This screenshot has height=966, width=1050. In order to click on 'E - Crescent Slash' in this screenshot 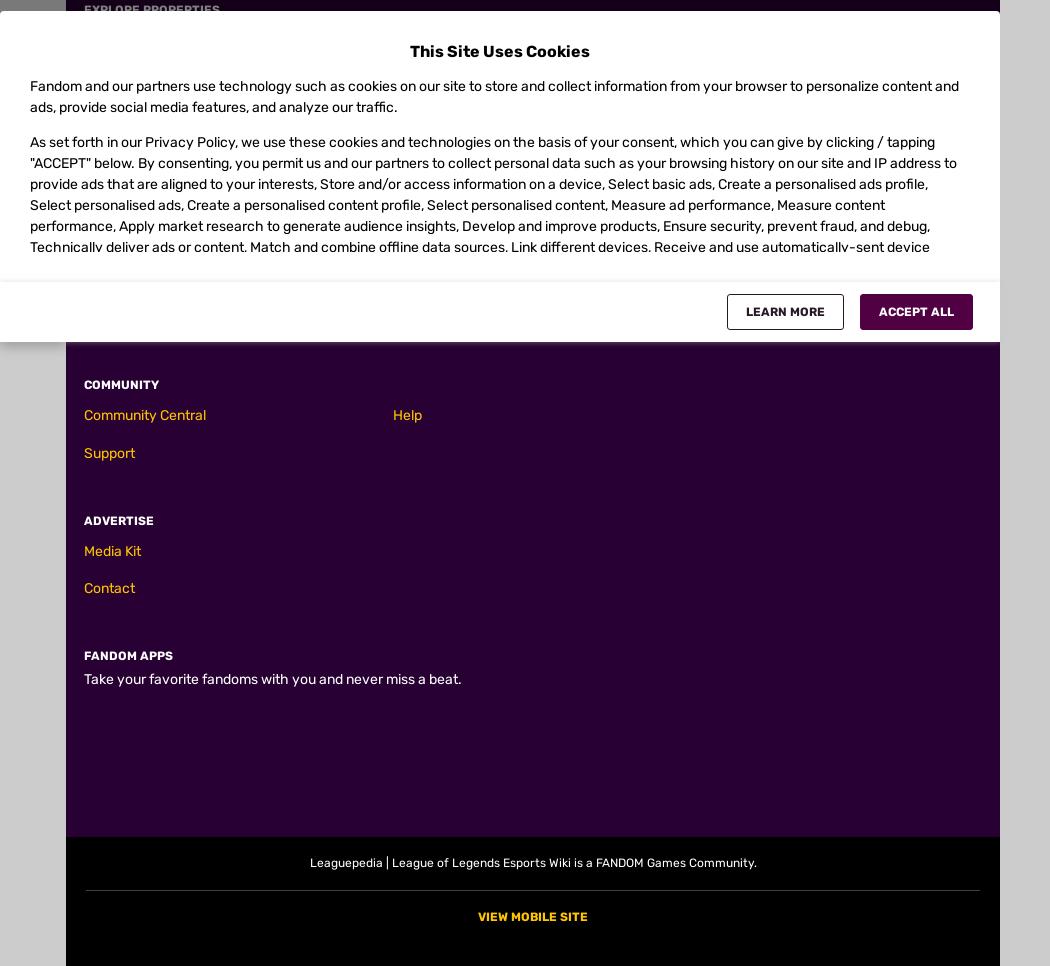, I will do `click(226, 595)`.